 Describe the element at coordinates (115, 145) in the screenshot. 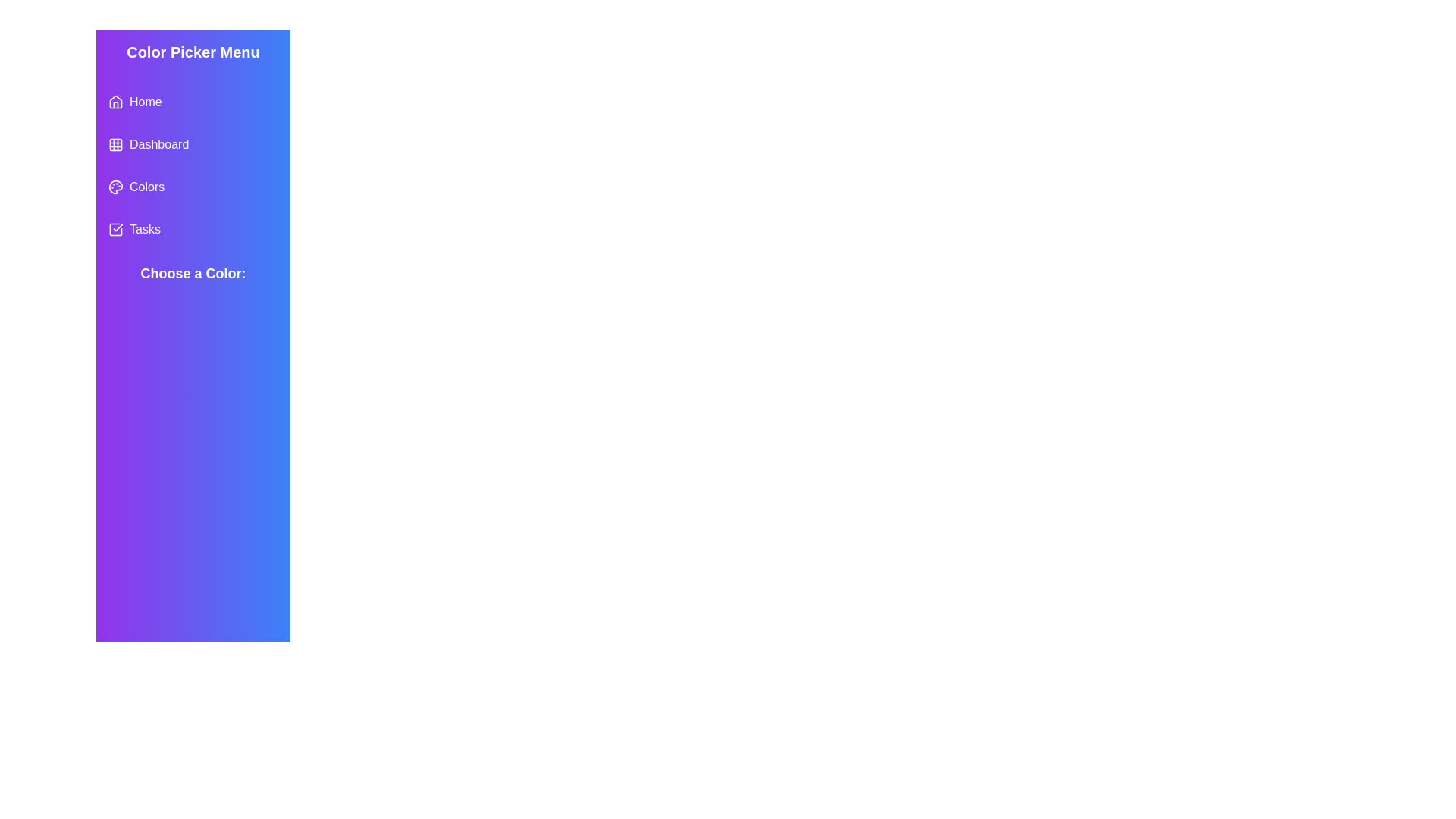

I see `the central rounded rectangle grid cell of the SVG-based icon for interaction` at that location.